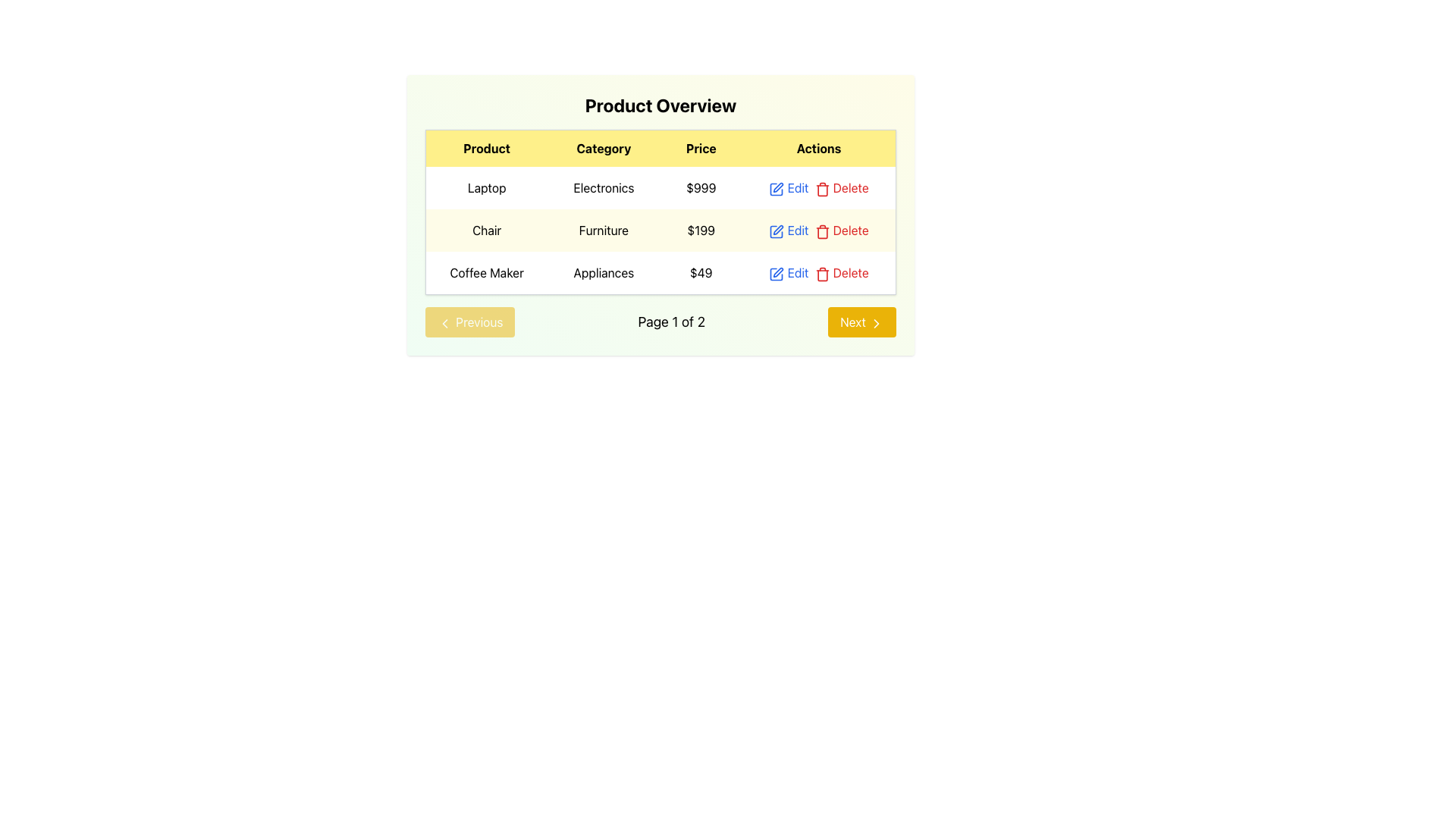 The width and height of the screenshot is (1456, 819). I want to click on the Edit icon button located in the first row of the 'Actions' column under the 'Product Overview' heading, so click(777, 188).